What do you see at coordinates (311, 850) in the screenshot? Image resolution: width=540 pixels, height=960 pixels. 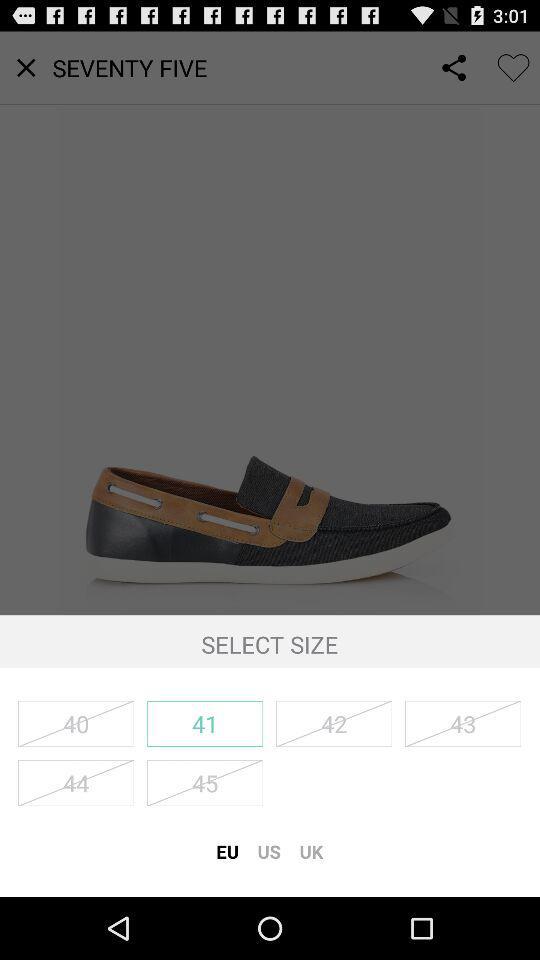 I see `item to the right of us` at bounding box center [311, 850].